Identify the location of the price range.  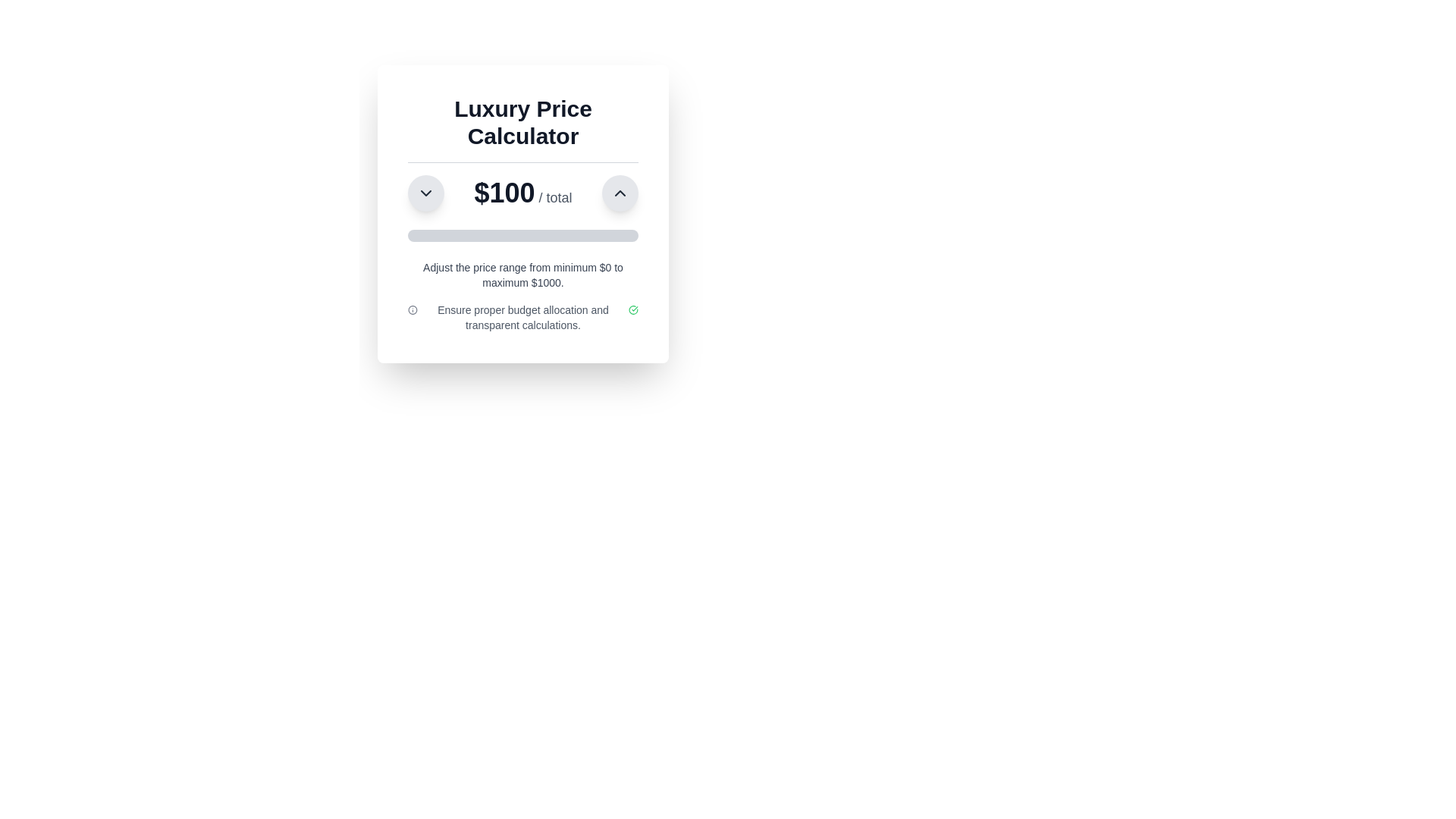
(558, 236).